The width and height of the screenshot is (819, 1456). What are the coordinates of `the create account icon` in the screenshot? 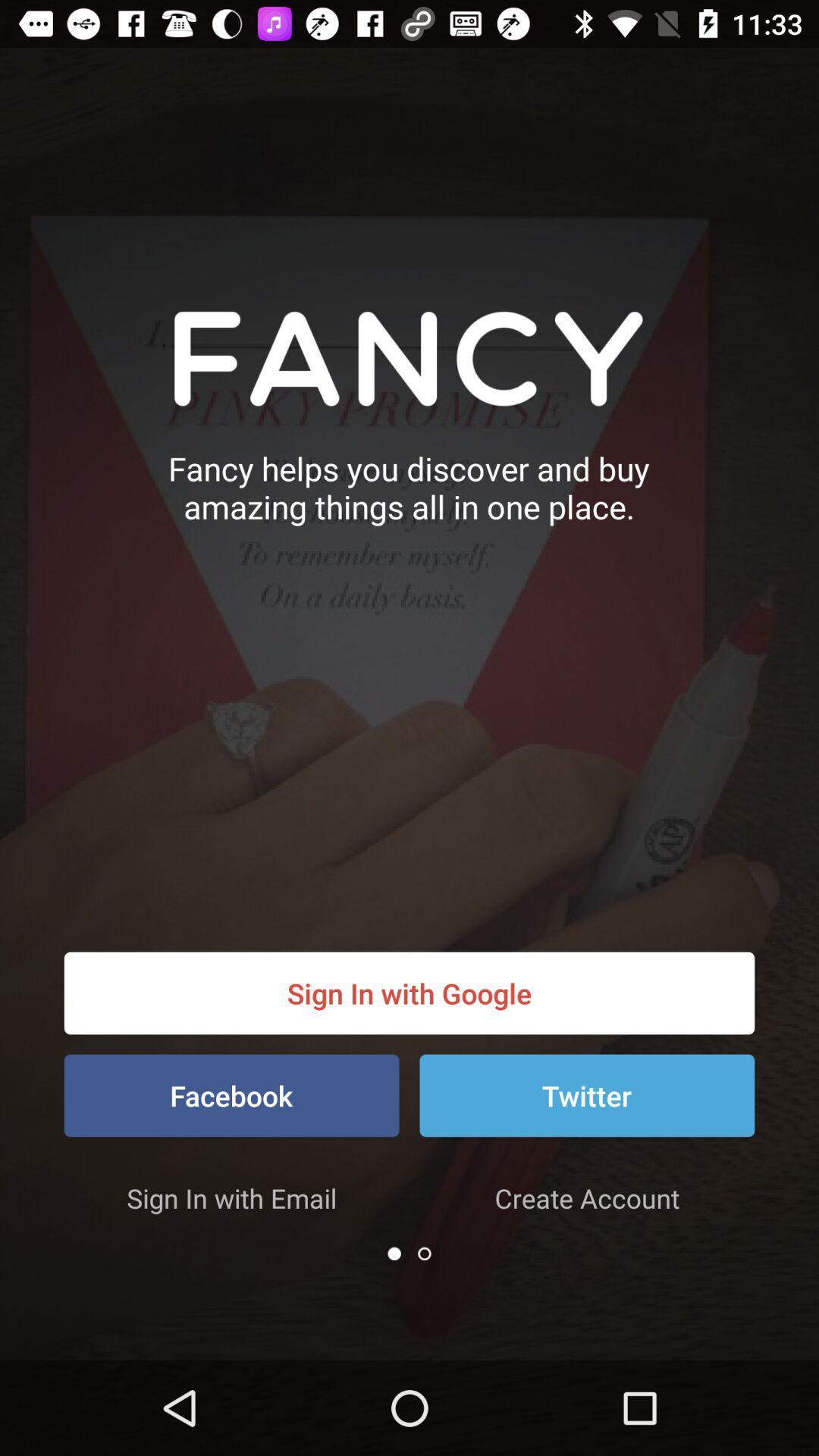 It's located at (586, 1197).